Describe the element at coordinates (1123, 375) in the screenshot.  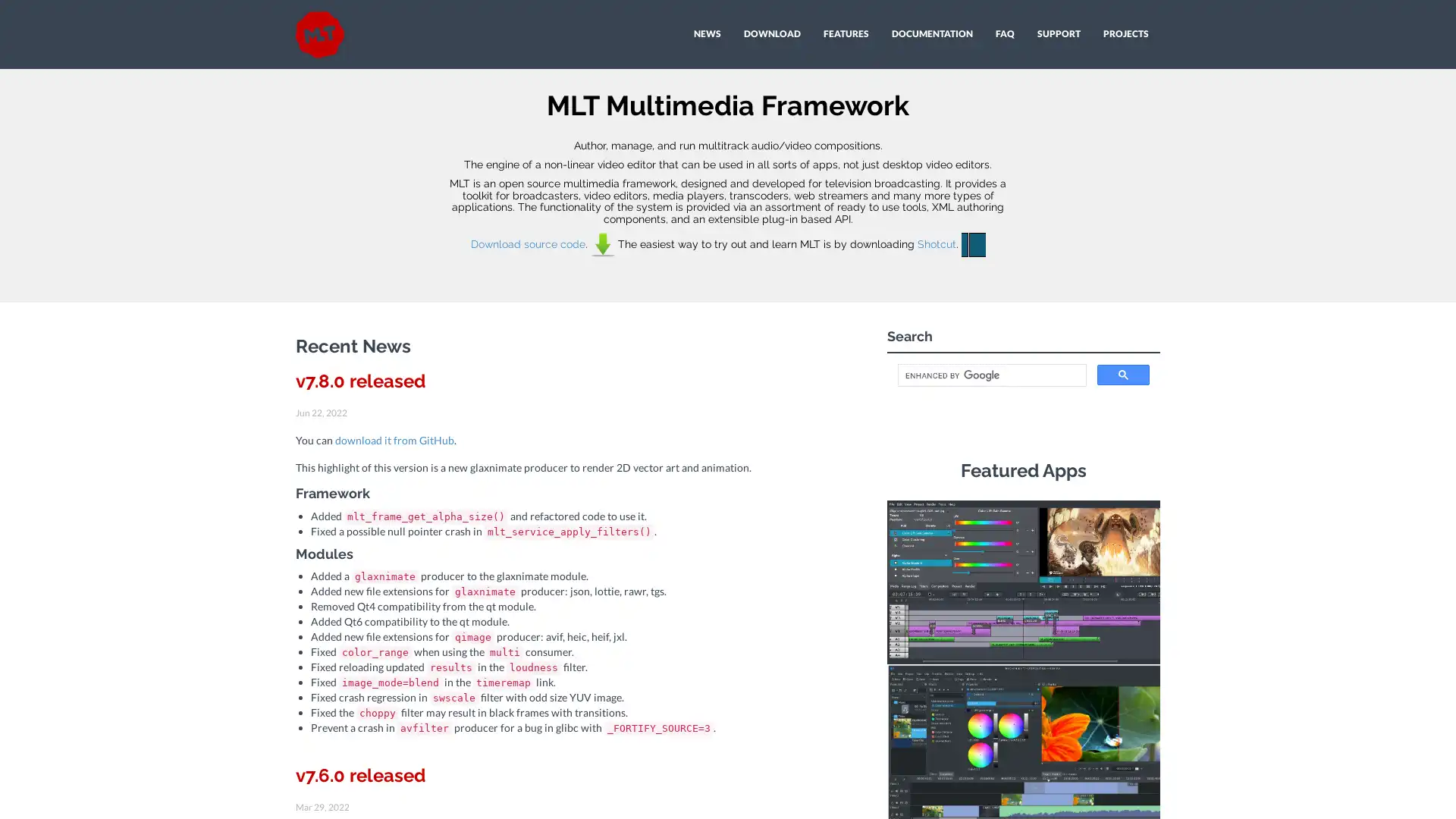
I see `search` at that location.